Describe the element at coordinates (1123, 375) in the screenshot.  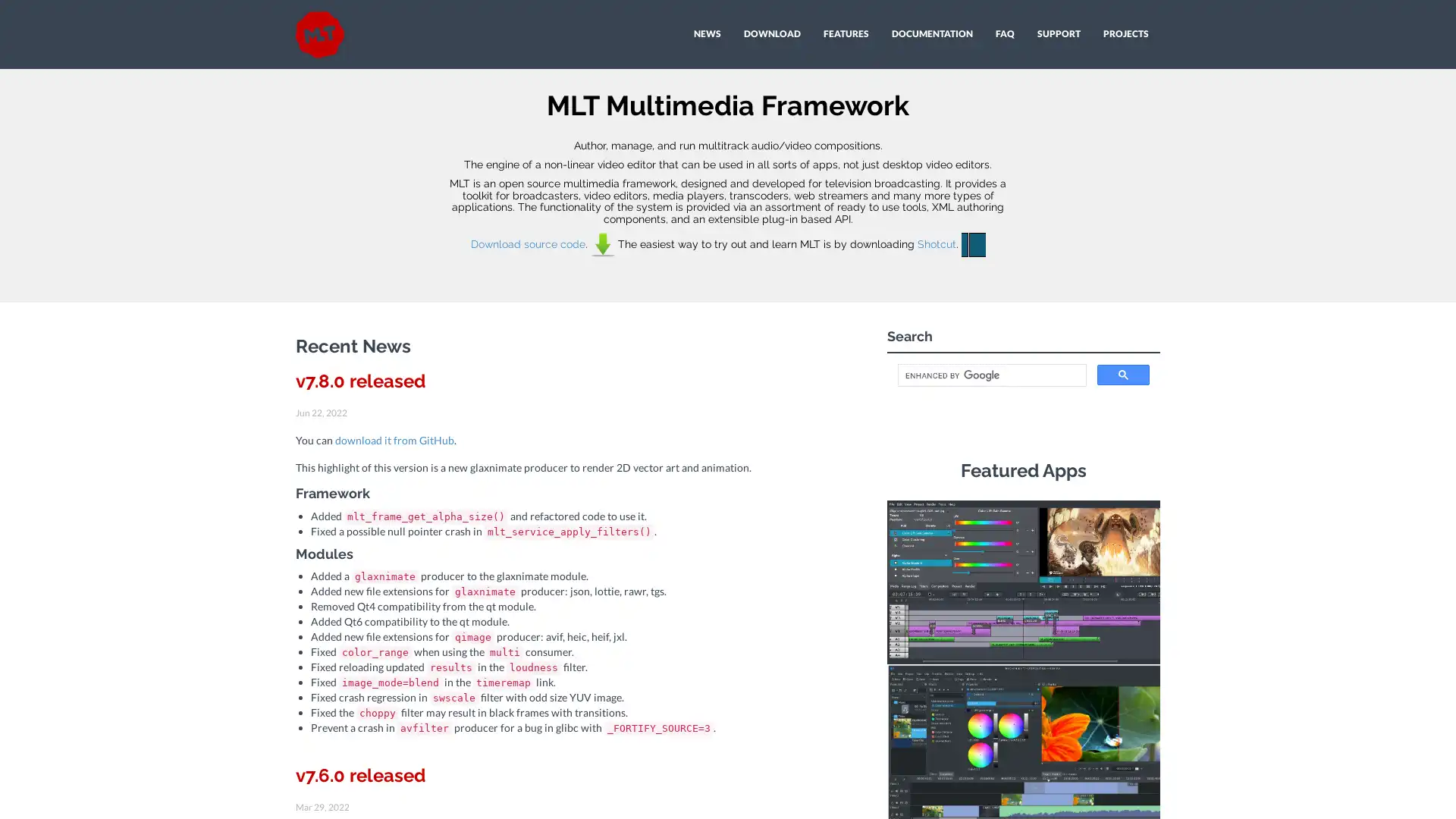
I see `search` at that location.